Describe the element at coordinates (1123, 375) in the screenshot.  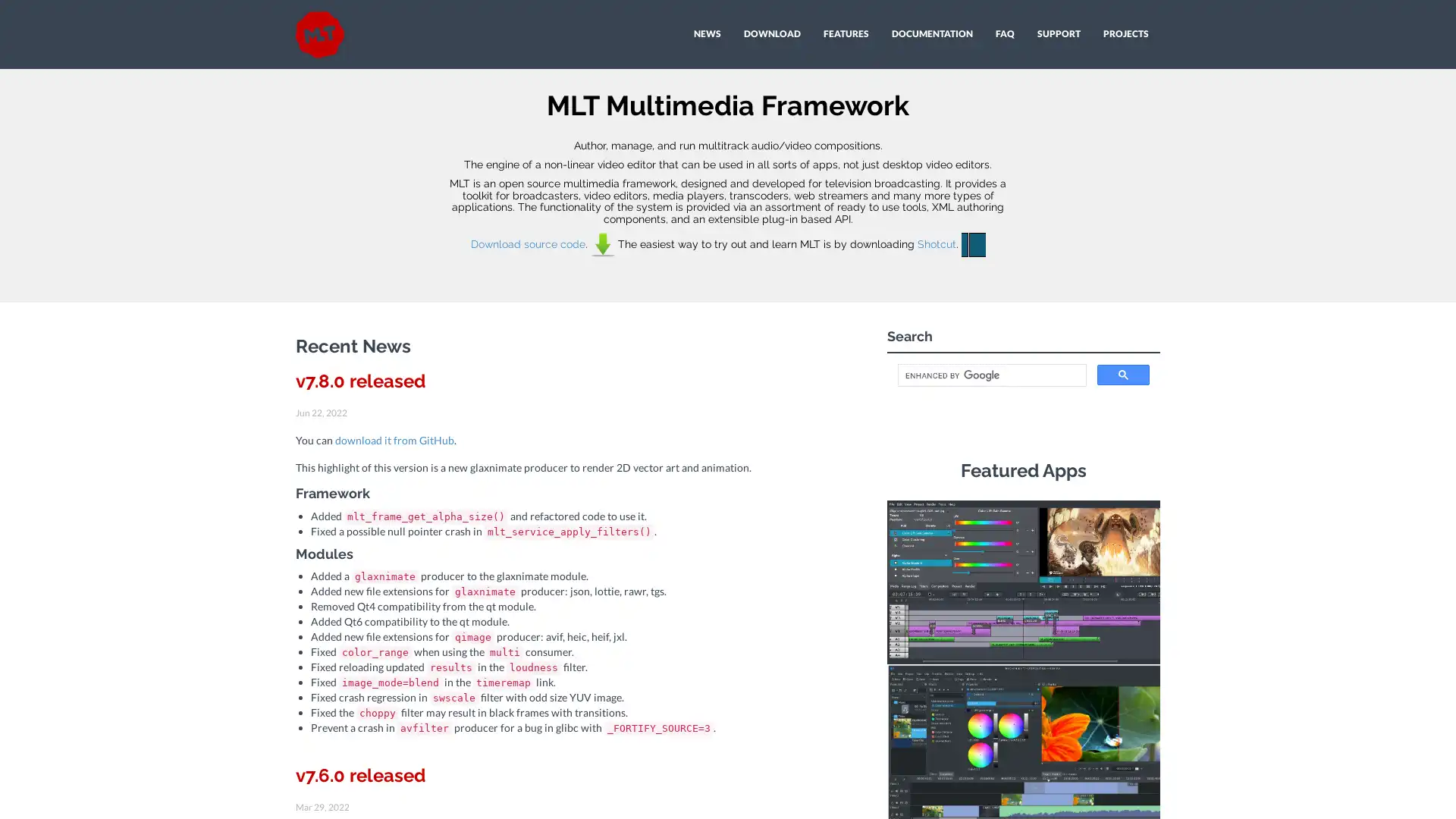
I see `search` at that location.